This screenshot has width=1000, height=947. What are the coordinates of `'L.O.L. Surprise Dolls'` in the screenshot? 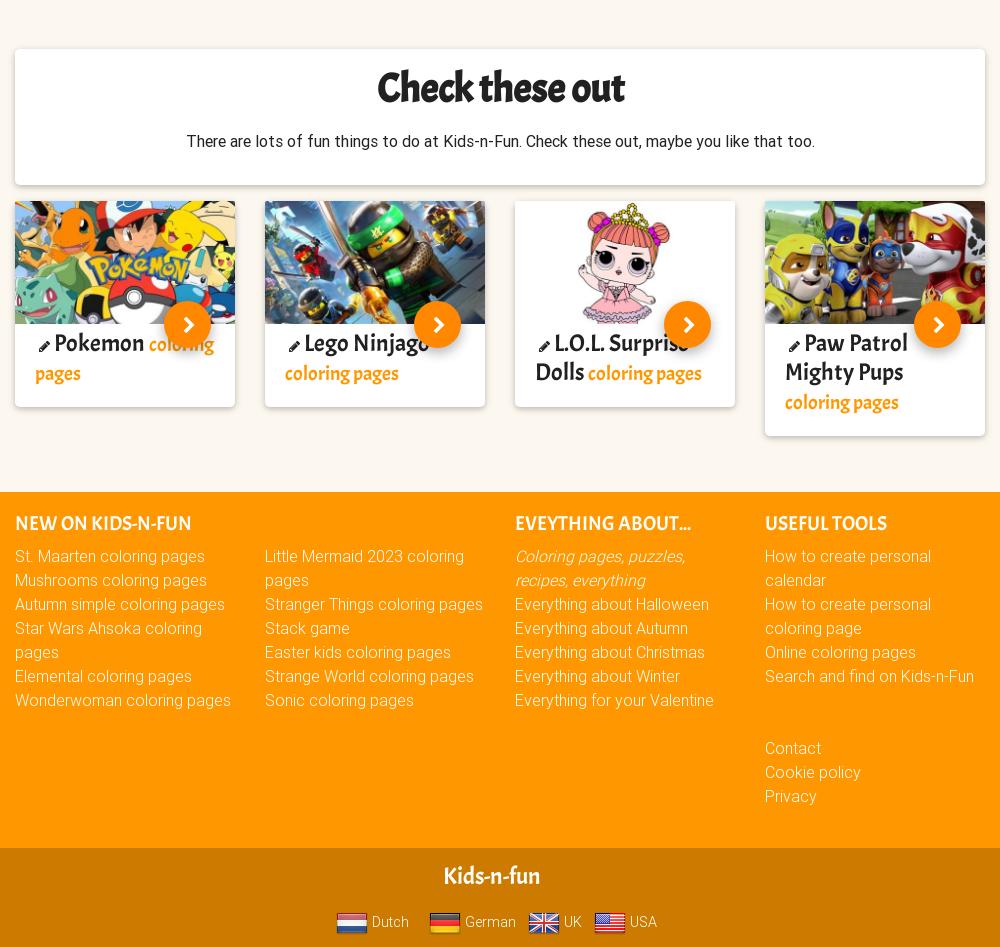 It's located at (611, 356).